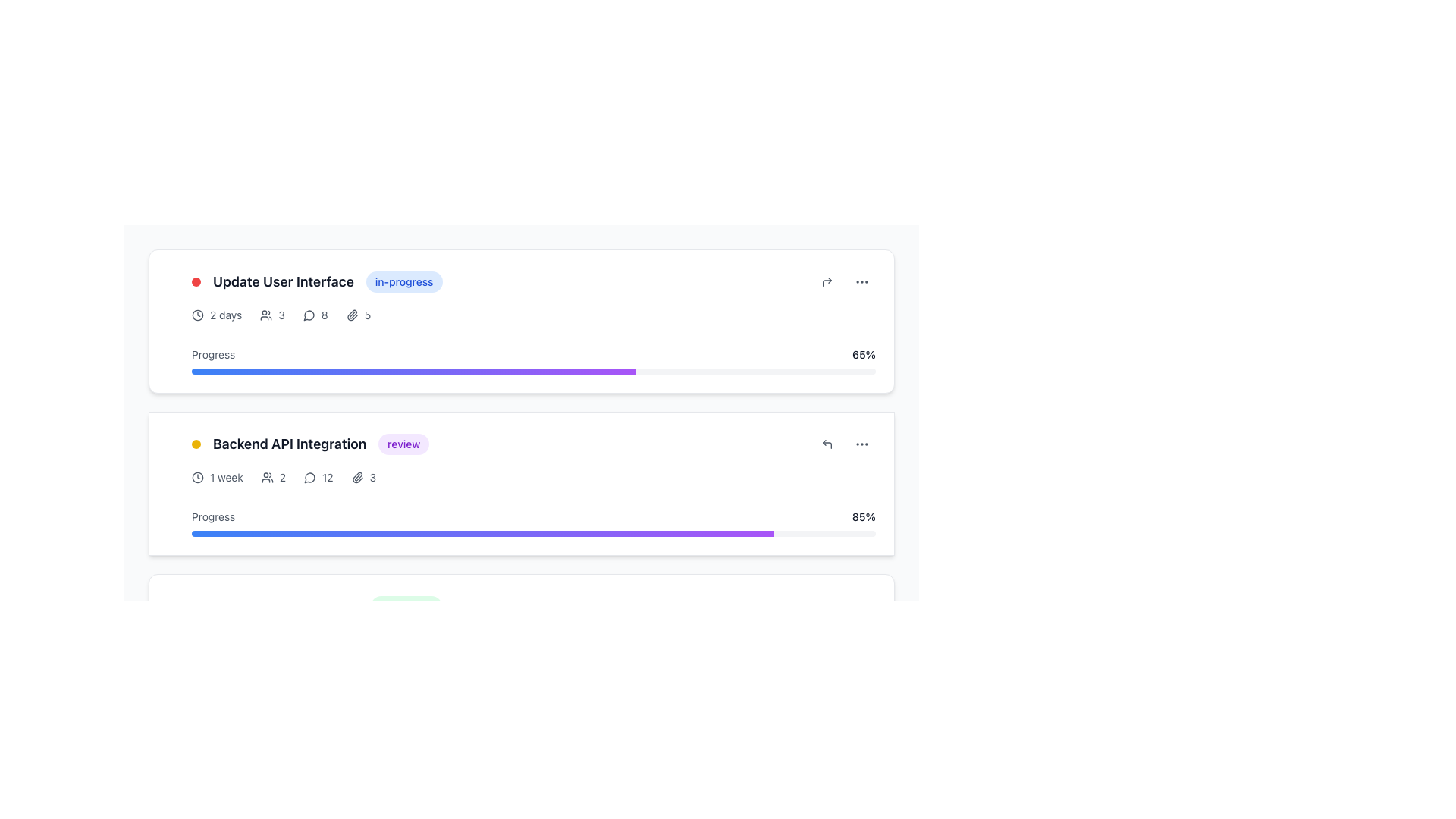 This screenshot has width=1456, height=819. Describe the element at coordinates (318, 476) in the screenshot. I see `the speech bubble icon associated with the numerical label '12', located beneath the 'Backend API Integration' header in the lower section of the second task card` at that location.